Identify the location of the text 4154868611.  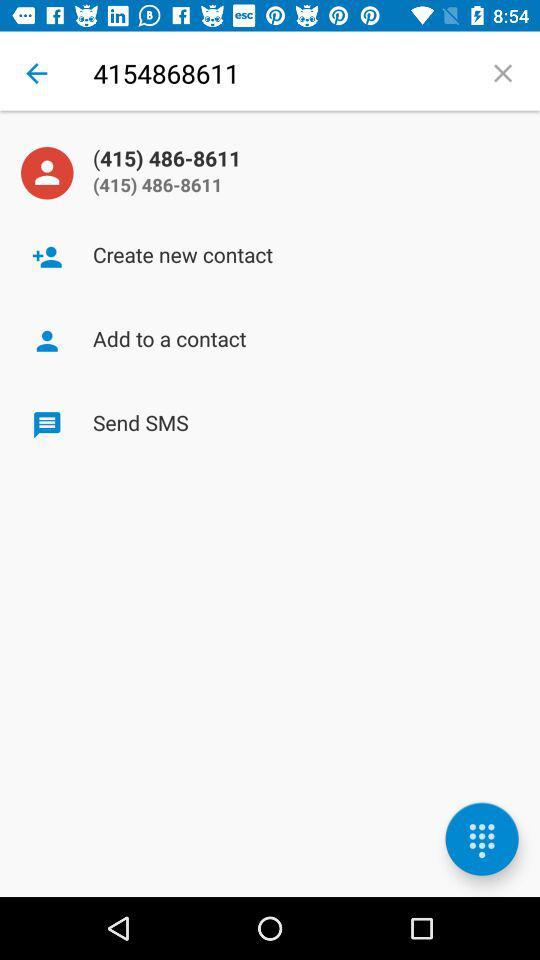
(278, 73).